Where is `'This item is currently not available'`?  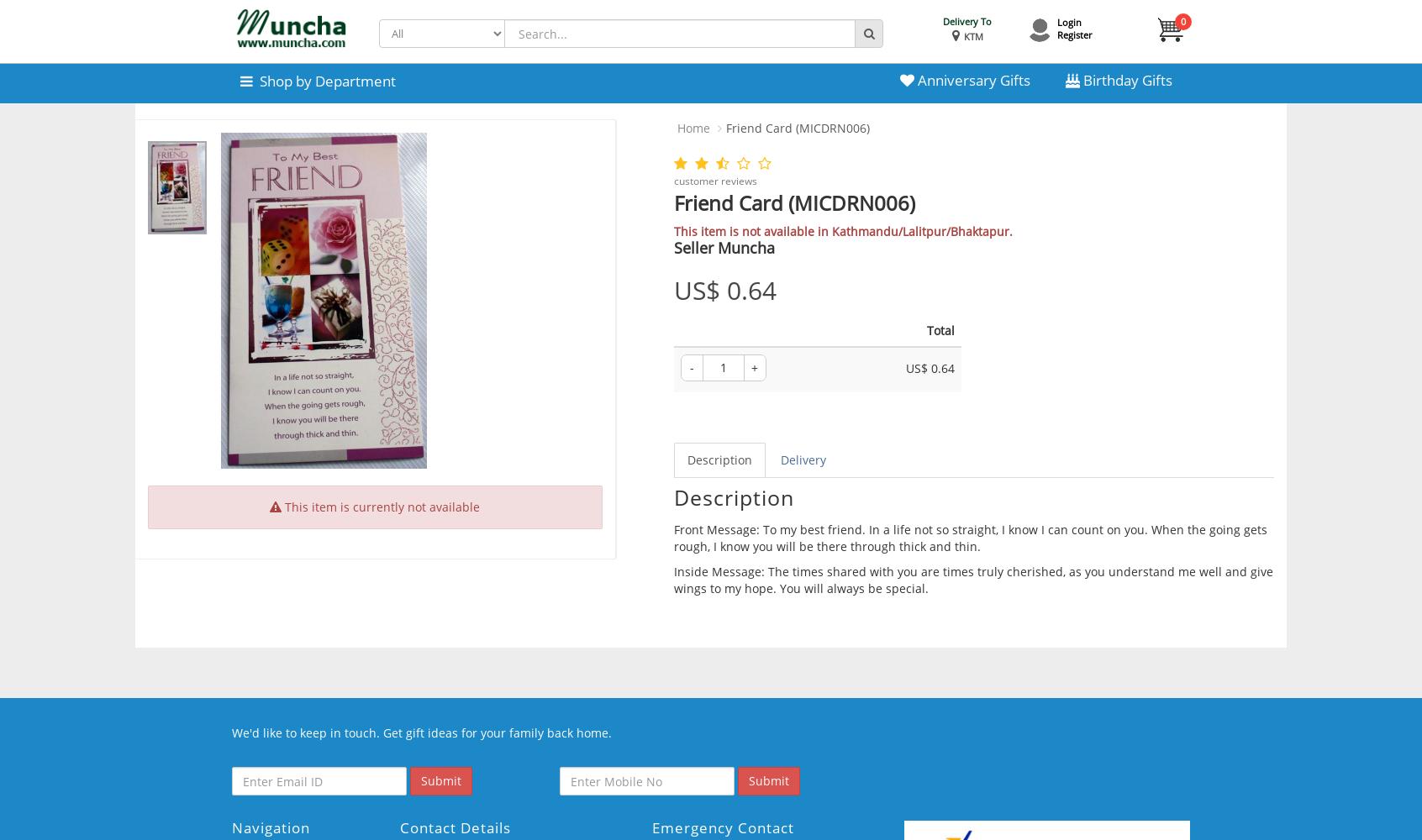 'This item is currently not available' is located at coordinates (379, 506).